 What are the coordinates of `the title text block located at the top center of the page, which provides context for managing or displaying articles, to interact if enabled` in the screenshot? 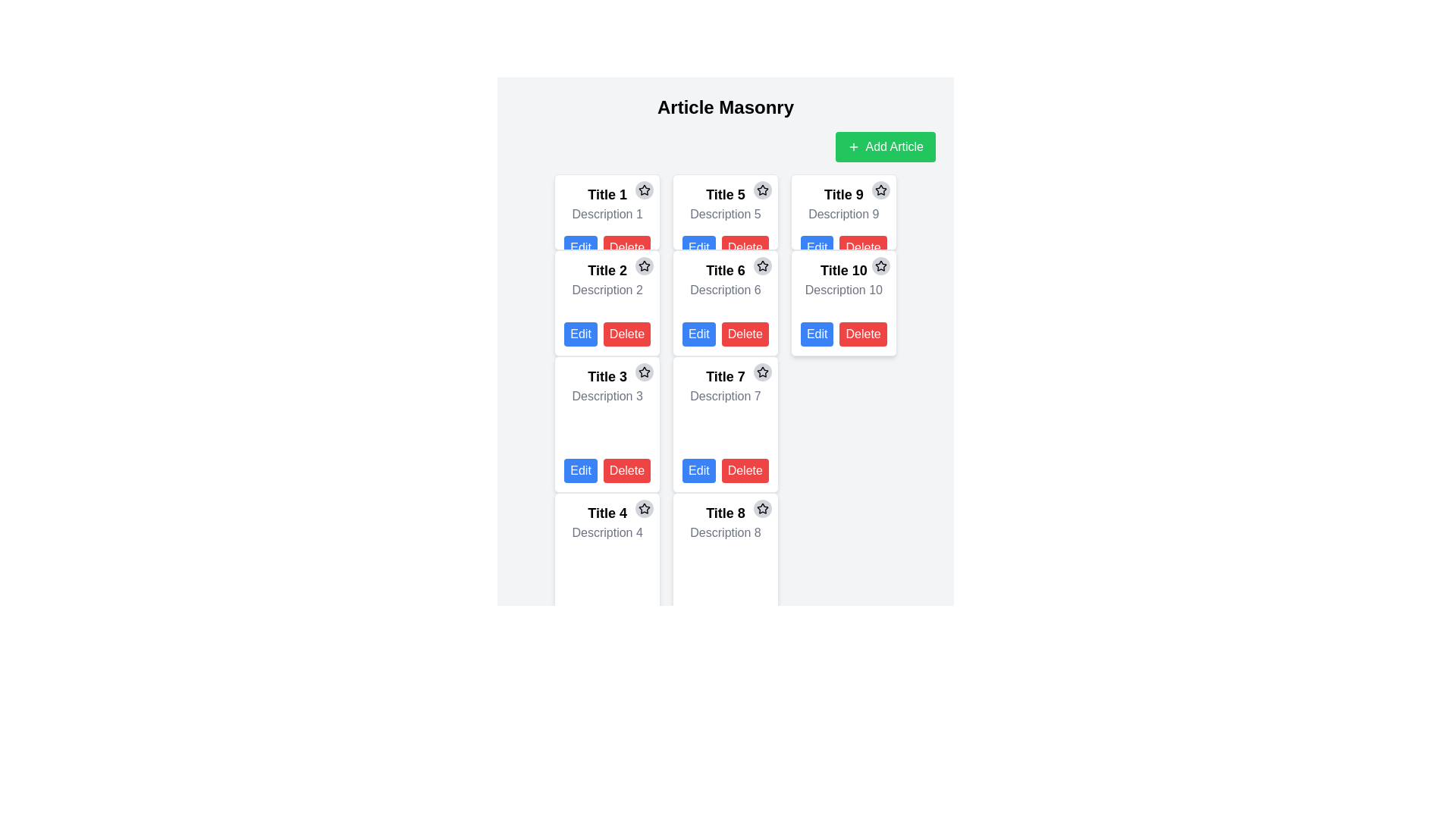 It's located at (724, 113).